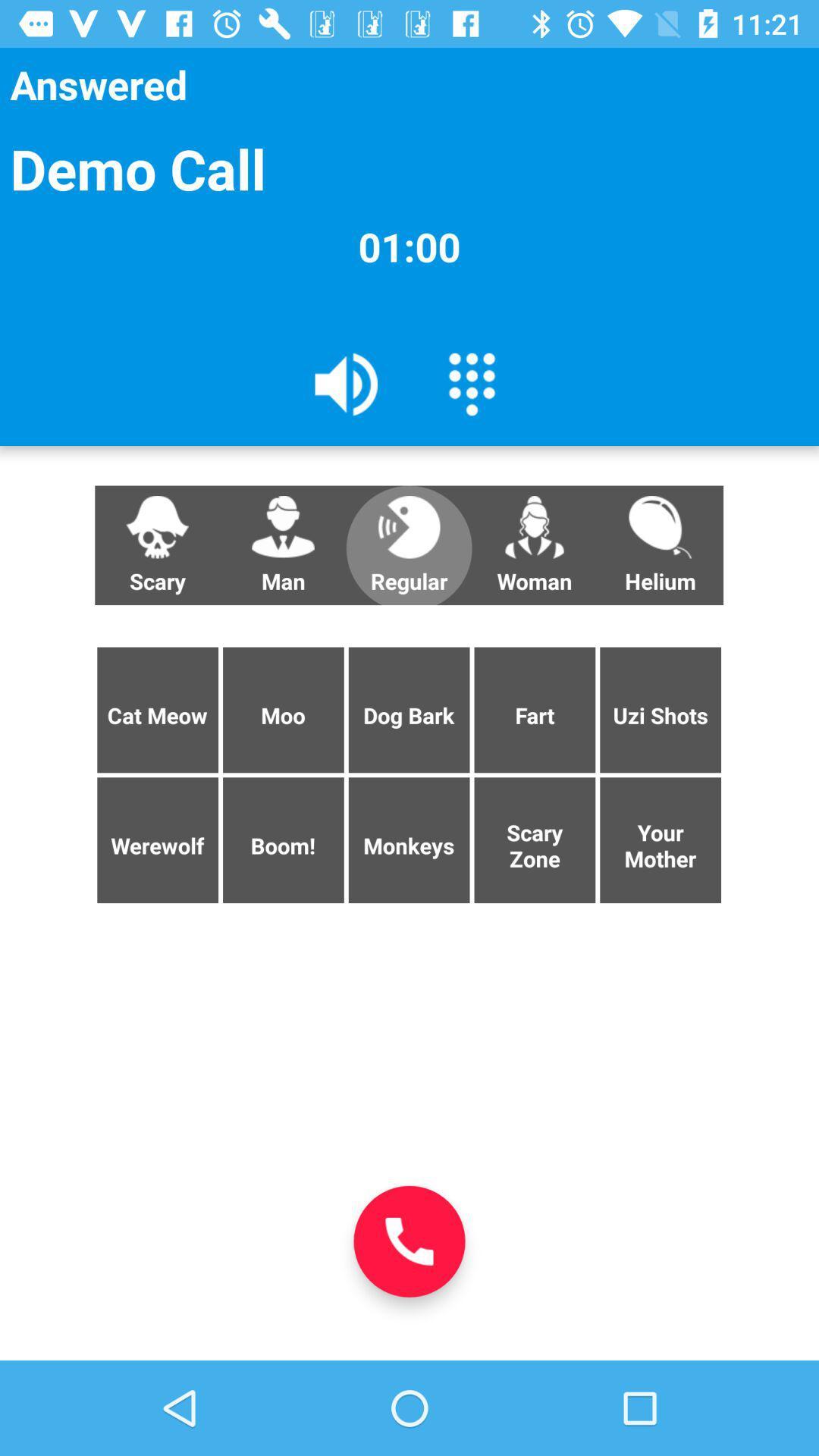 The image size is (819, 1456). Describe the element at coordinates (471, 383) in the screenshot. I see `the item below 01:00 app` at that location.